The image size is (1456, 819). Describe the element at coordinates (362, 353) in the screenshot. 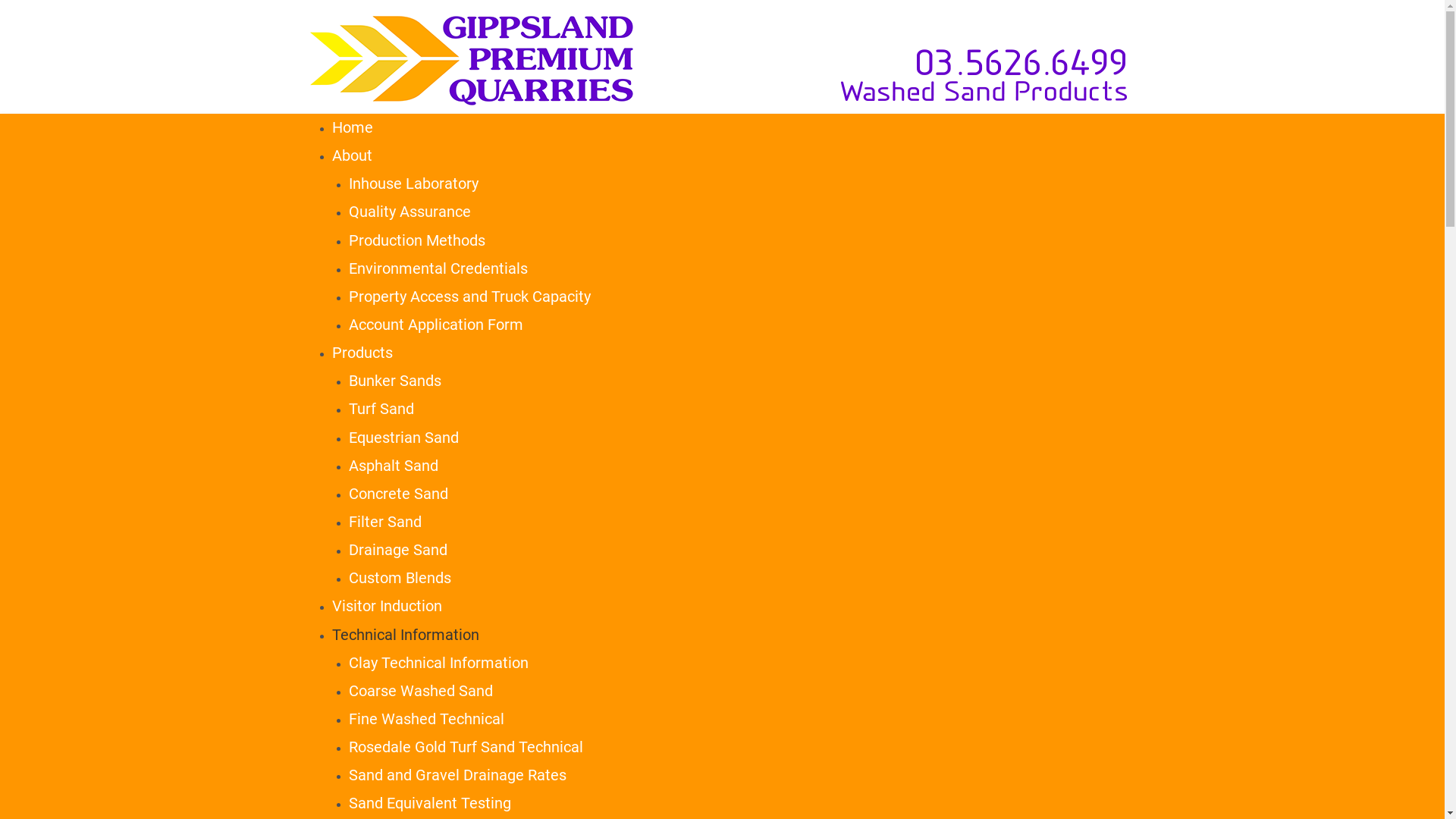

I see `'Products'` at that location.